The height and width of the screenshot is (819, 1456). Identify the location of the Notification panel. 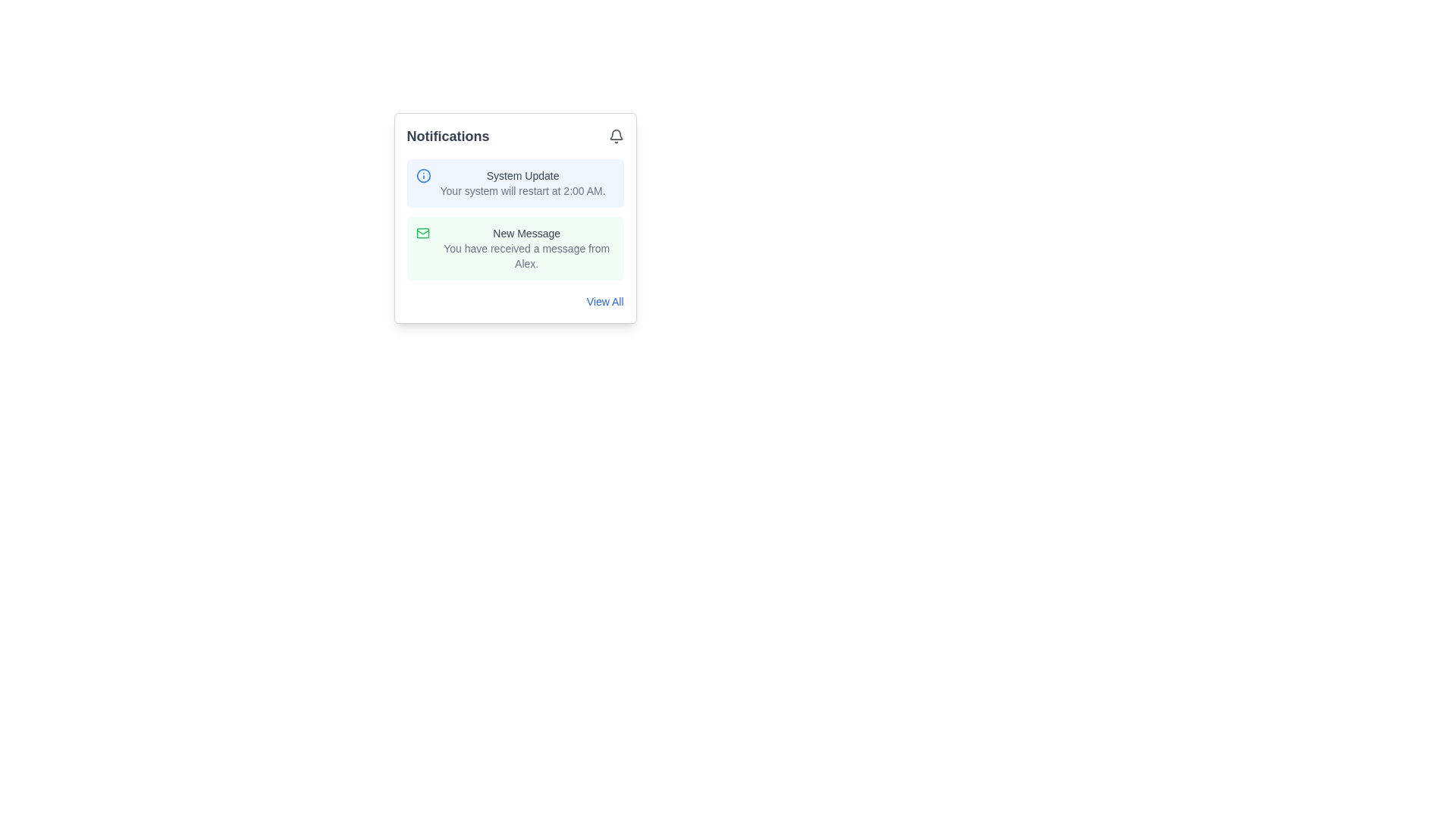
(515, 218).